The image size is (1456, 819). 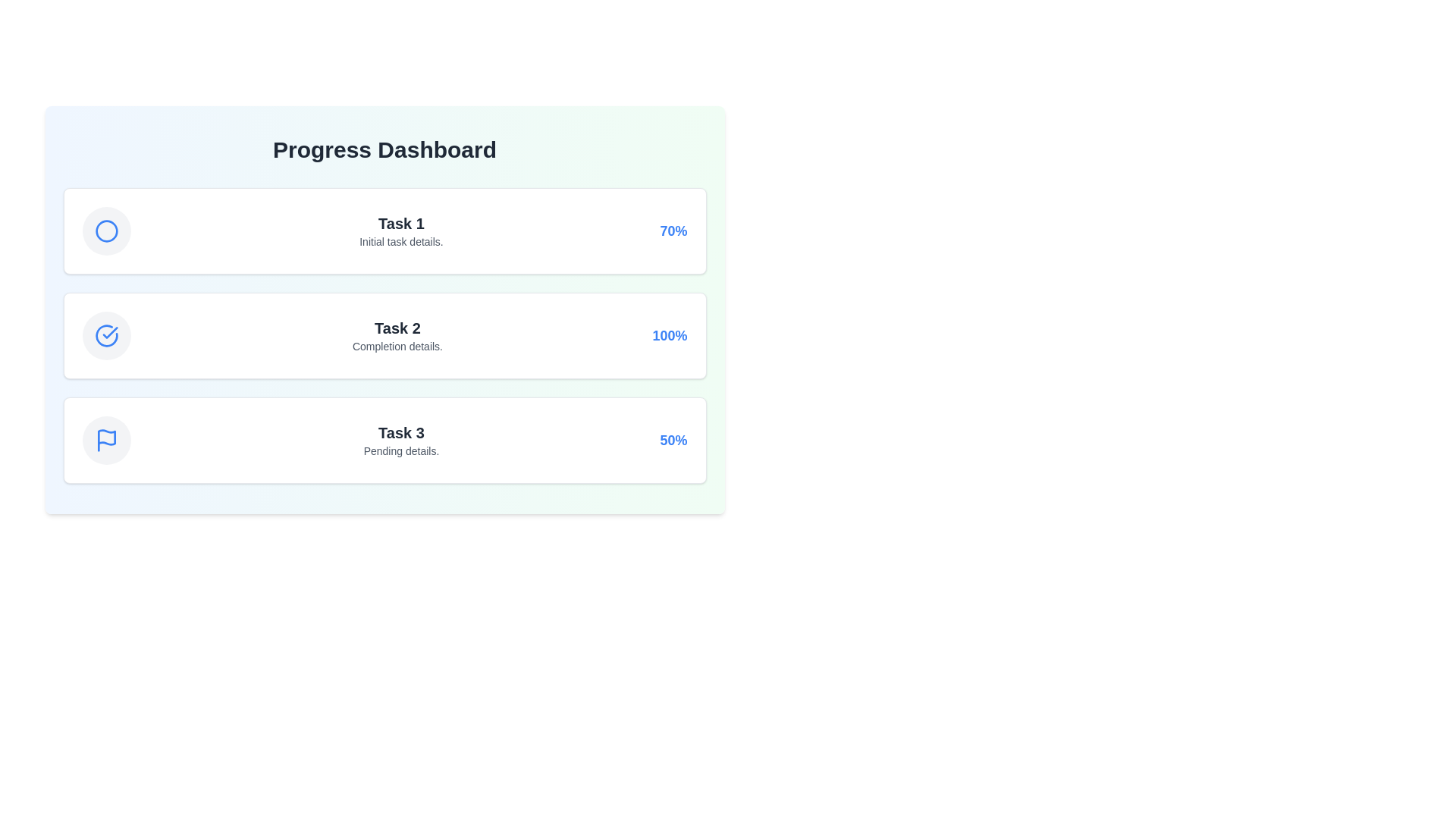 I want to click on the Status icon, which is a circular gray icon with a blue check mark, located in the second card of the dashboard next to 'Task 2', so click(x=105, y=335).